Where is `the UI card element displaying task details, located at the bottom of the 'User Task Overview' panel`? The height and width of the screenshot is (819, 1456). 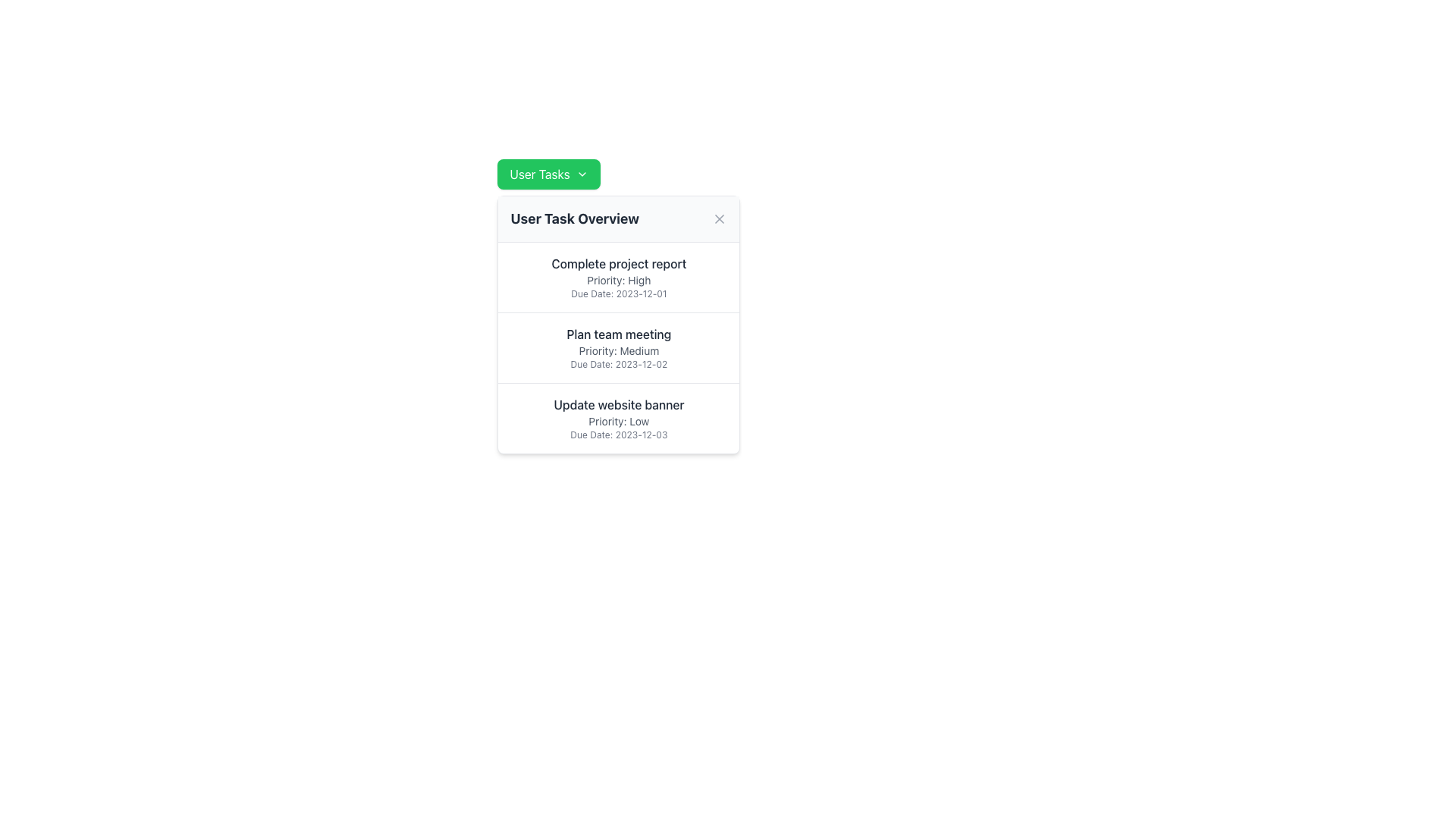 the UI card element displaying task details, located at the bottom of the 'User Task Overview' panel is located at coordinates (619, 418).